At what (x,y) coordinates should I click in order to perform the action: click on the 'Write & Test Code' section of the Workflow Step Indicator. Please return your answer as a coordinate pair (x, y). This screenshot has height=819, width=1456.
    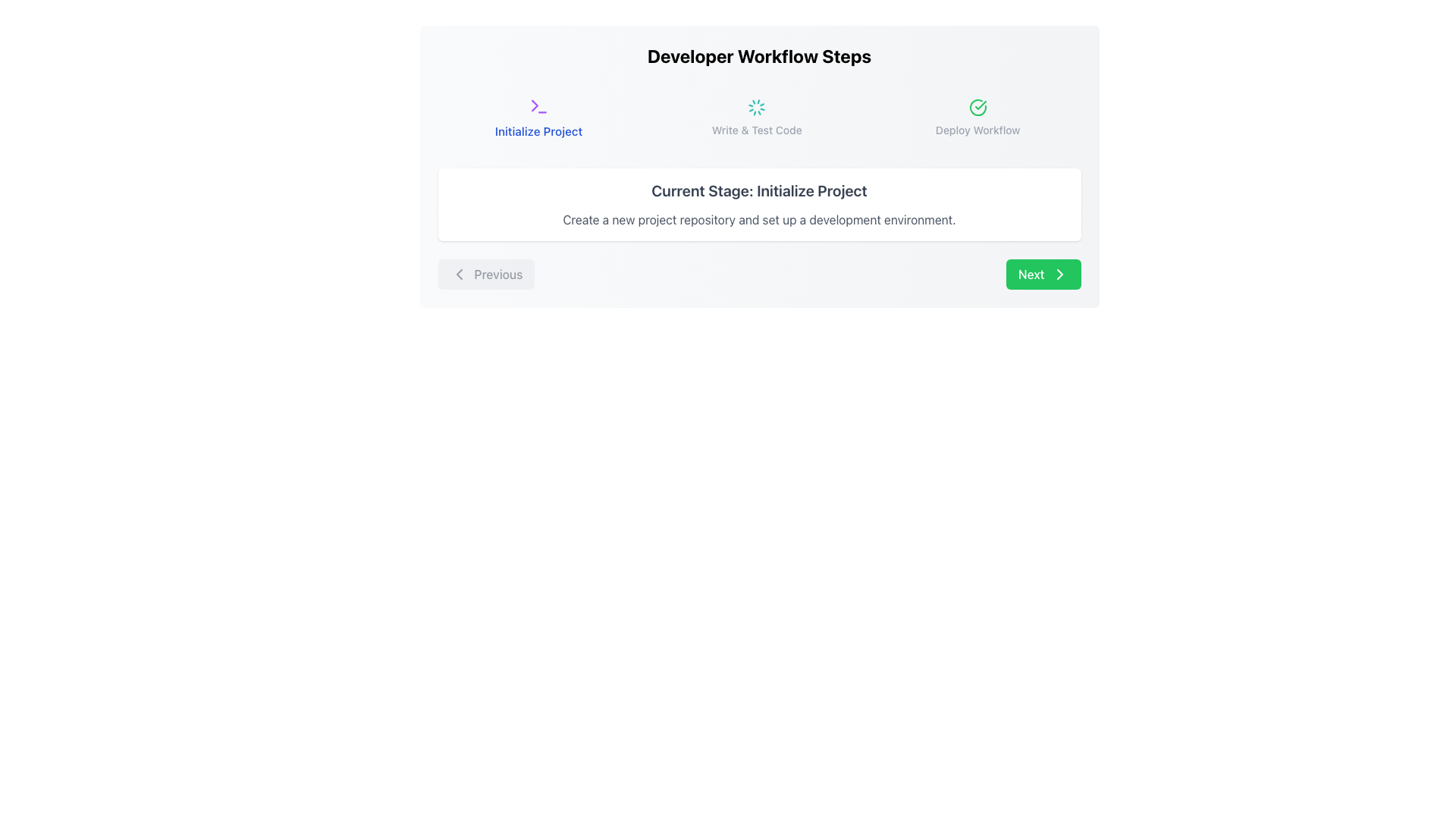
    Looking at the image, I should click on (759, 117).